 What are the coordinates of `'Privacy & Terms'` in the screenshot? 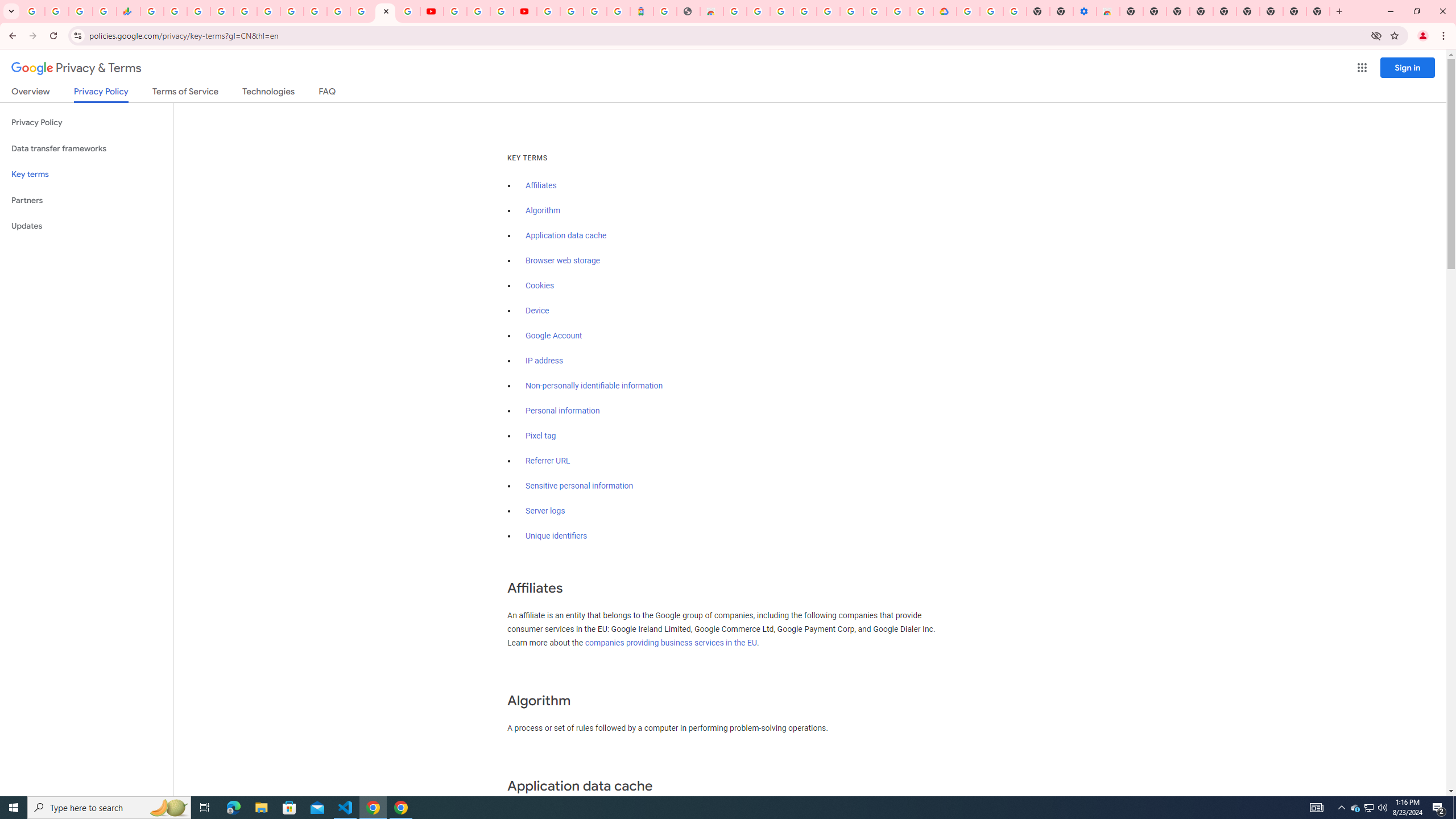 It's located at (76, 68).